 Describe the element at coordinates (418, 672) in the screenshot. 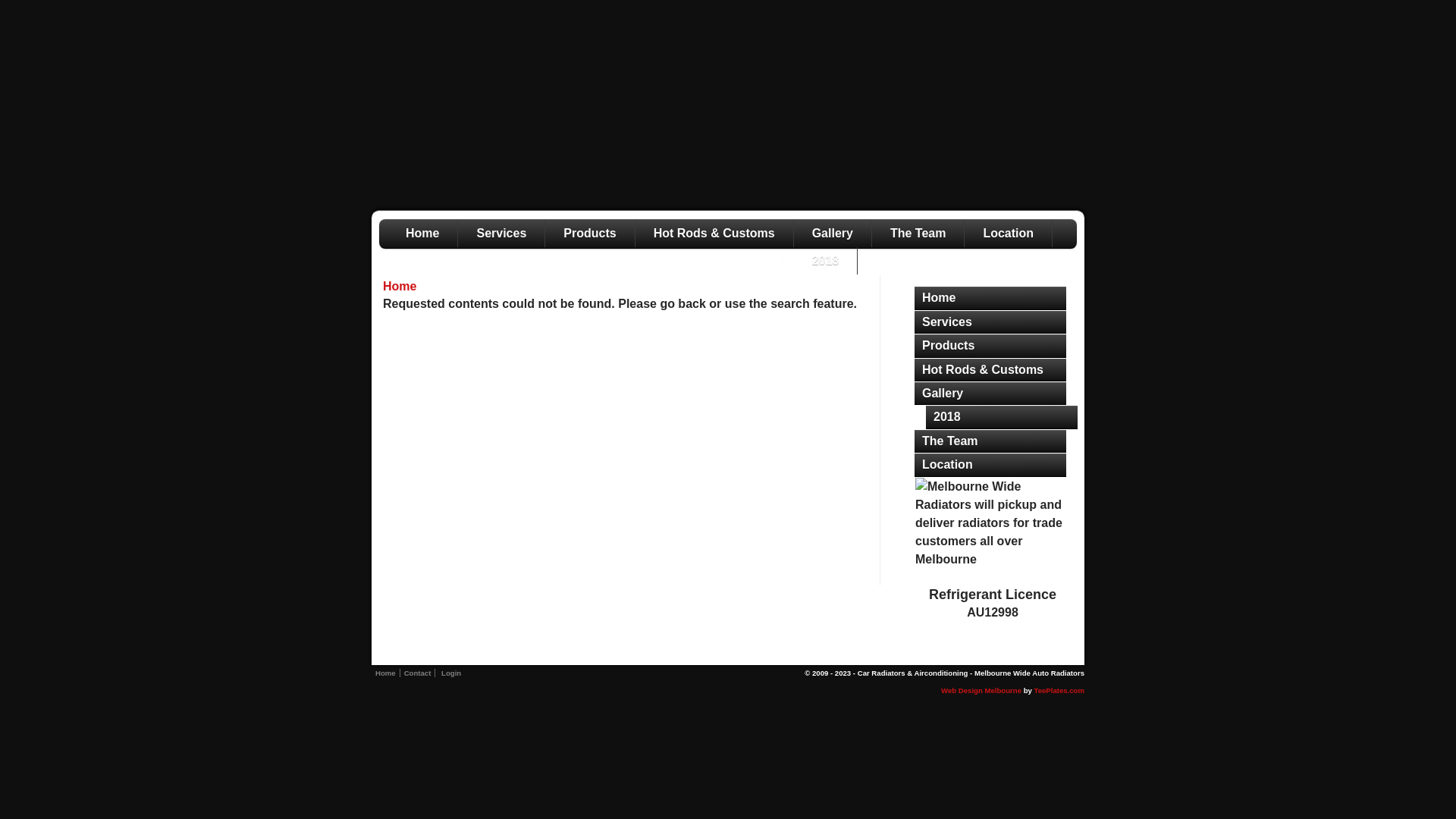

I see `'Contact'` at that location.